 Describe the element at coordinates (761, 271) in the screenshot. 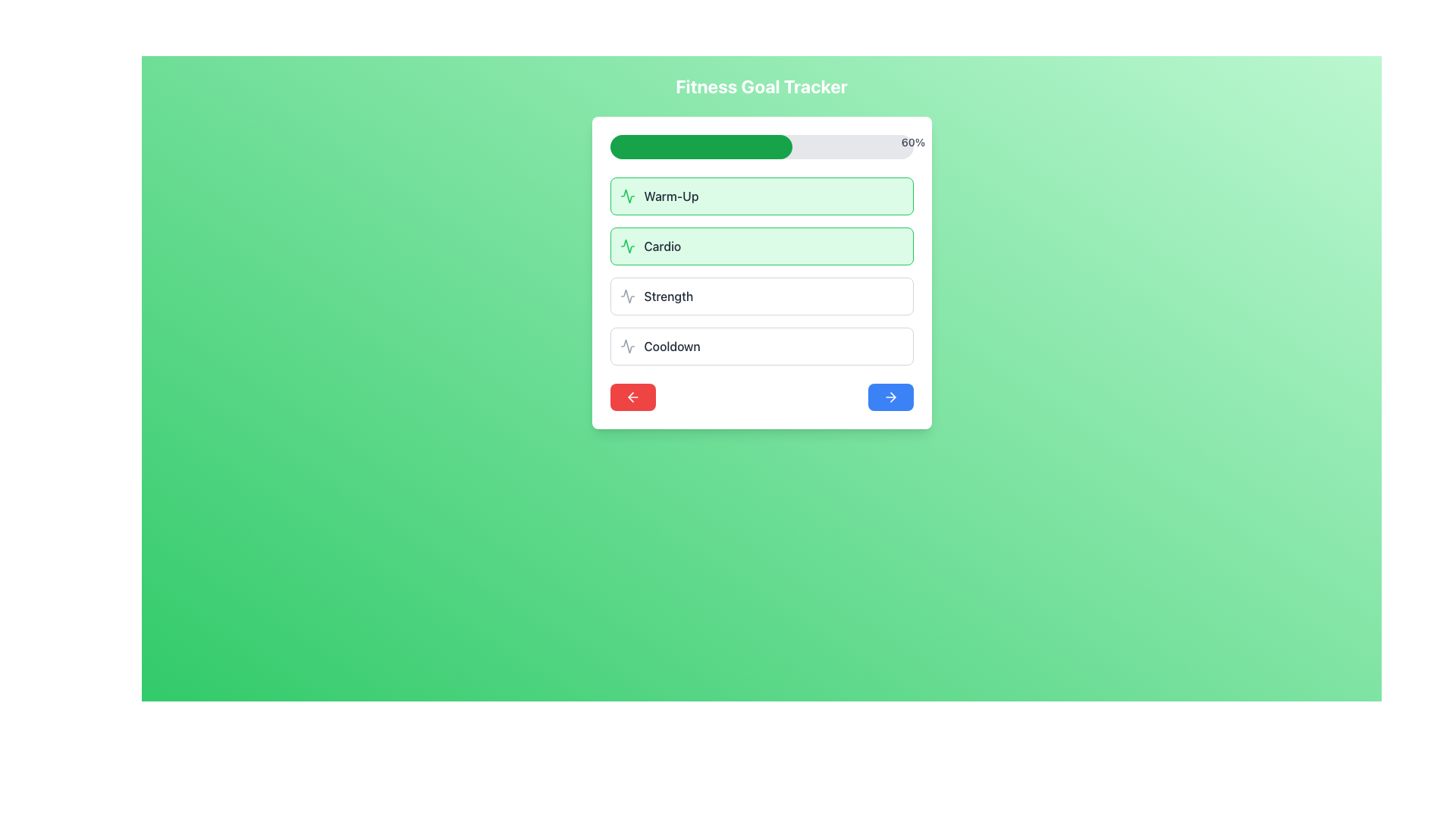

I see `the 'Cardio' button in the fitness progress tracker` at that location.